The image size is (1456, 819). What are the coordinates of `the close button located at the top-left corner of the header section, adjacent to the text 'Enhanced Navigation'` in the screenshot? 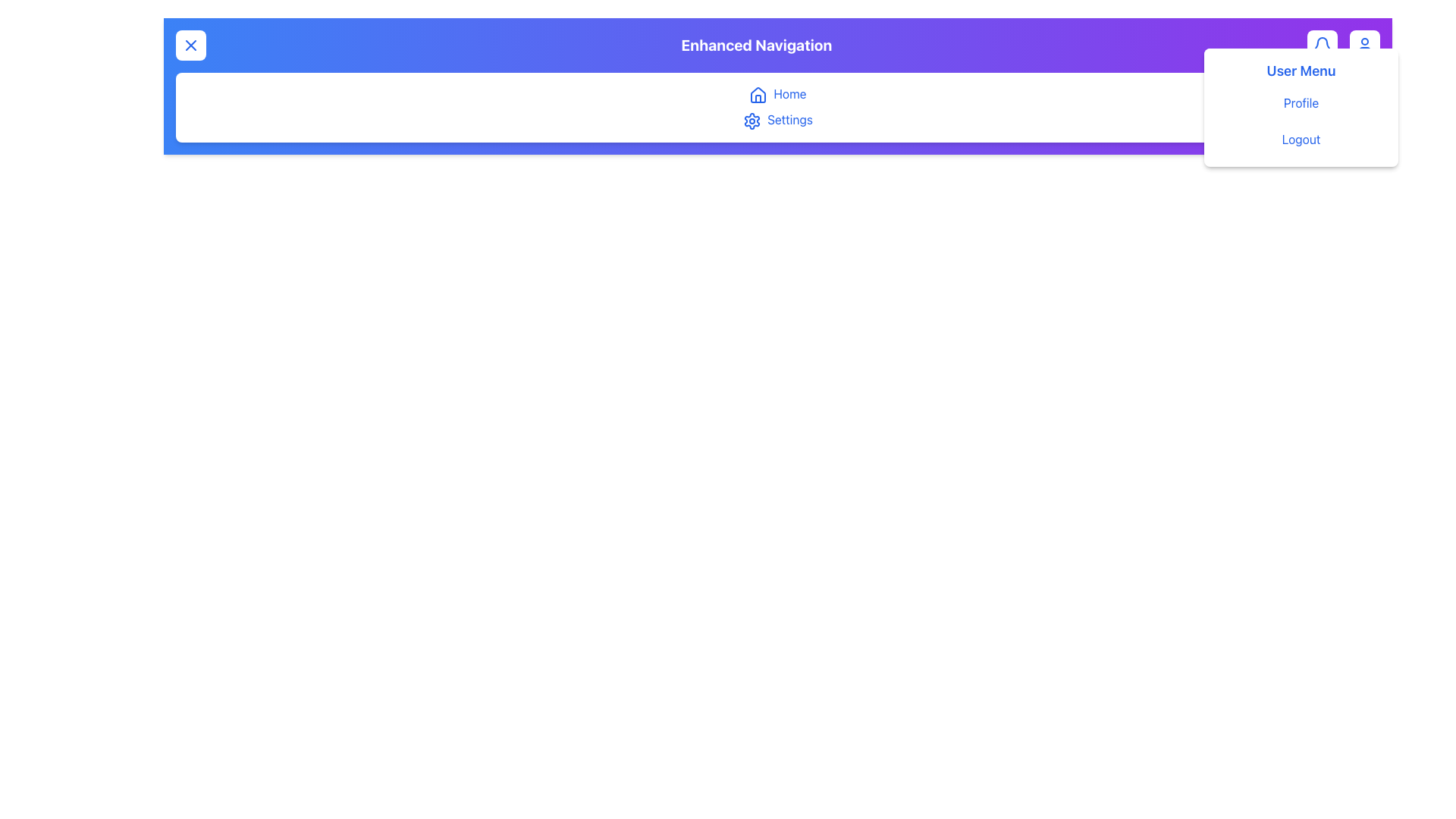 It's located at (190, 45).